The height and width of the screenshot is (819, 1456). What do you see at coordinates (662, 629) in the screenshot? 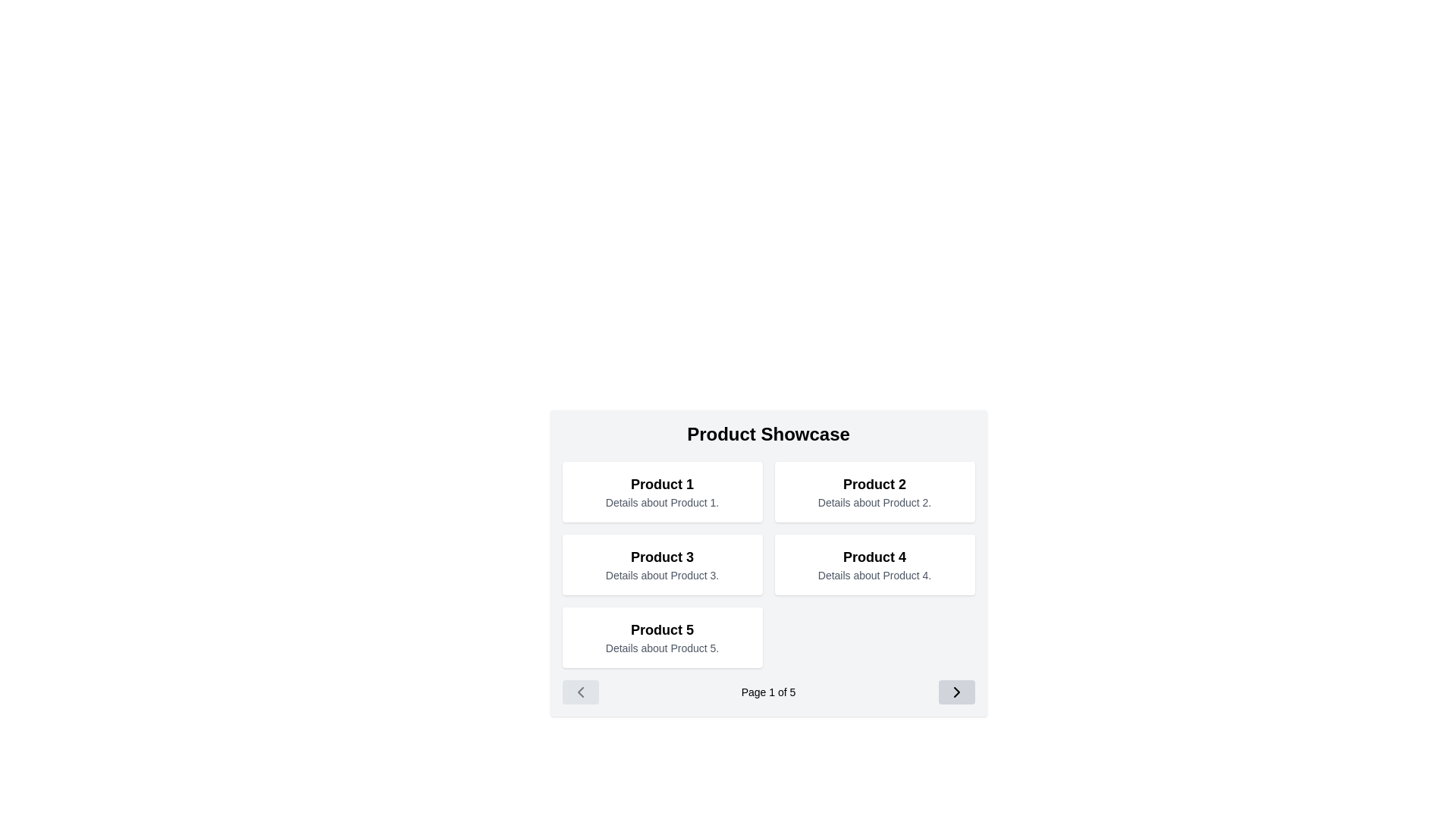
I see `the Text label that serves as a title or heading for information about 'Product 5', positioned at the top of the box labeled 'Product 5'` at bounding box center [662, 629].